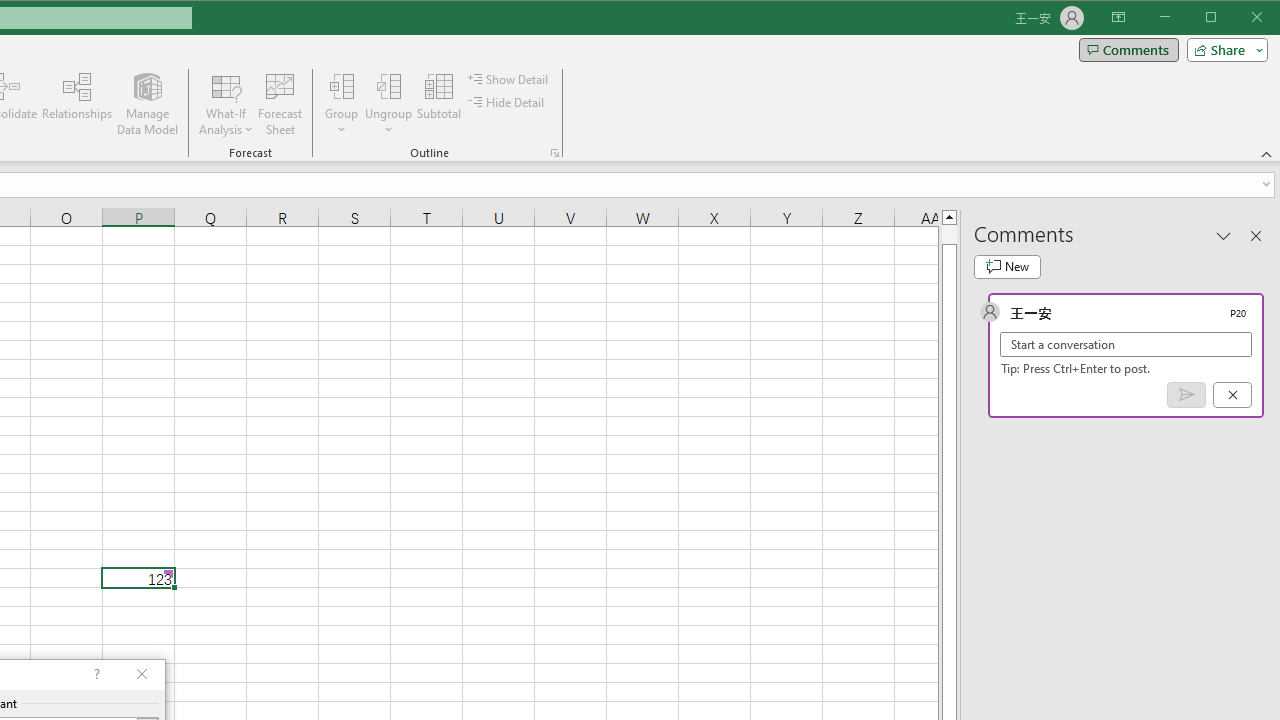 This screenshot has width=1280, height=720. What do you see at coordinates (948, 233) in the screenshot?
I see `'Page up'` at bounding box center [948, 233].